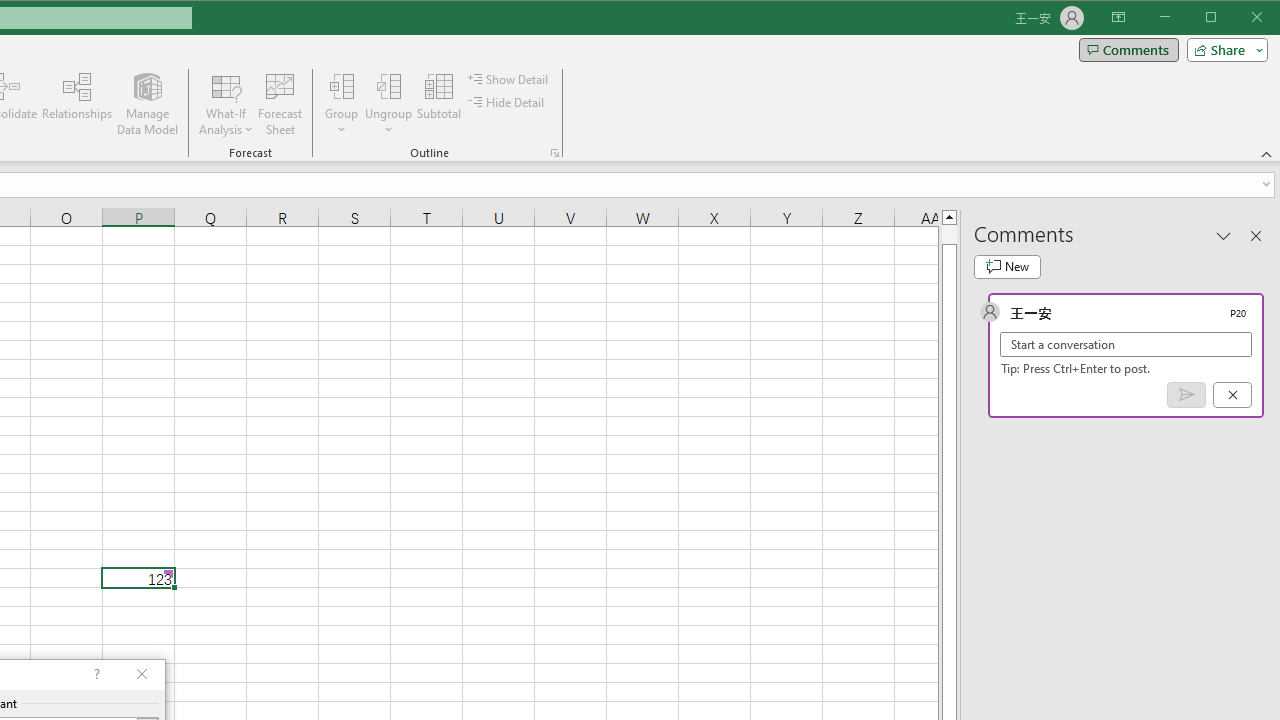 This screenshot has width=1280, height=720. What do you see at coordinates (948, 233) in the screenshot?
I see `'Page up'` at bounding box center [948, 233].